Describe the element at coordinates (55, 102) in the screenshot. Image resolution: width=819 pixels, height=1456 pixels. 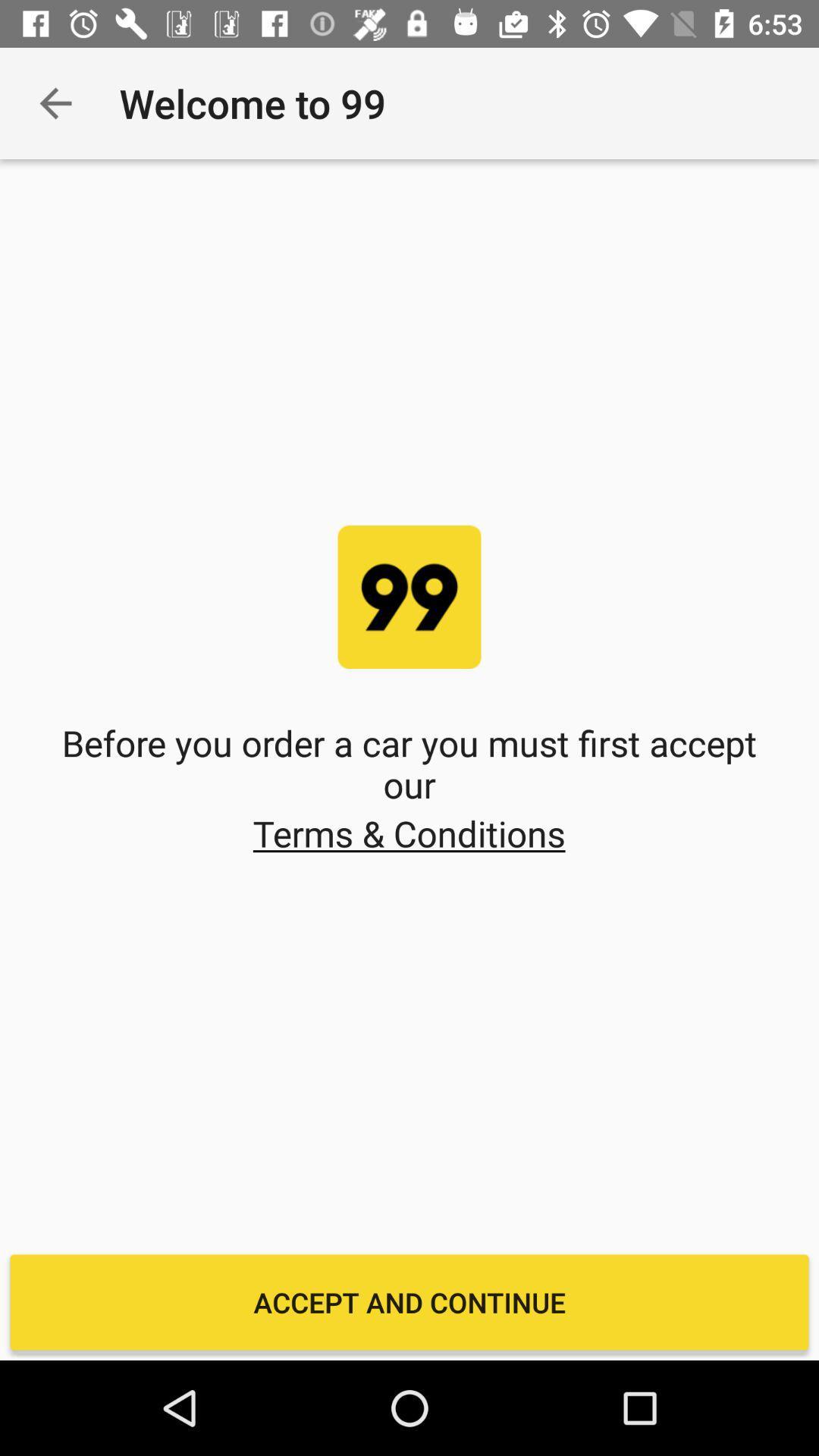
I see `the app to the left of the welcome to 99 item` at that location.